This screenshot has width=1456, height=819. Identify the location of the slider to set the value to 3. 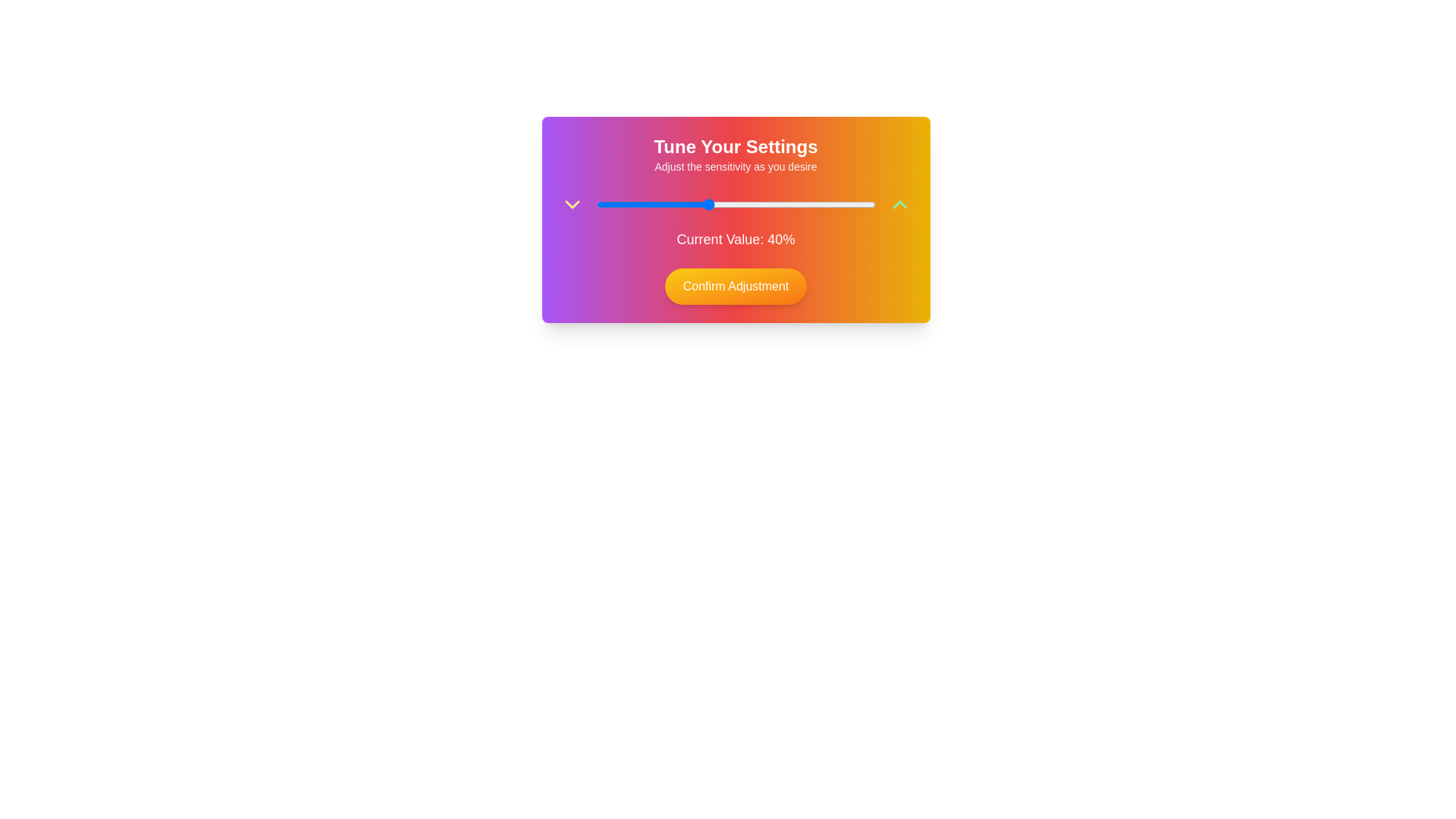
(604, 205).